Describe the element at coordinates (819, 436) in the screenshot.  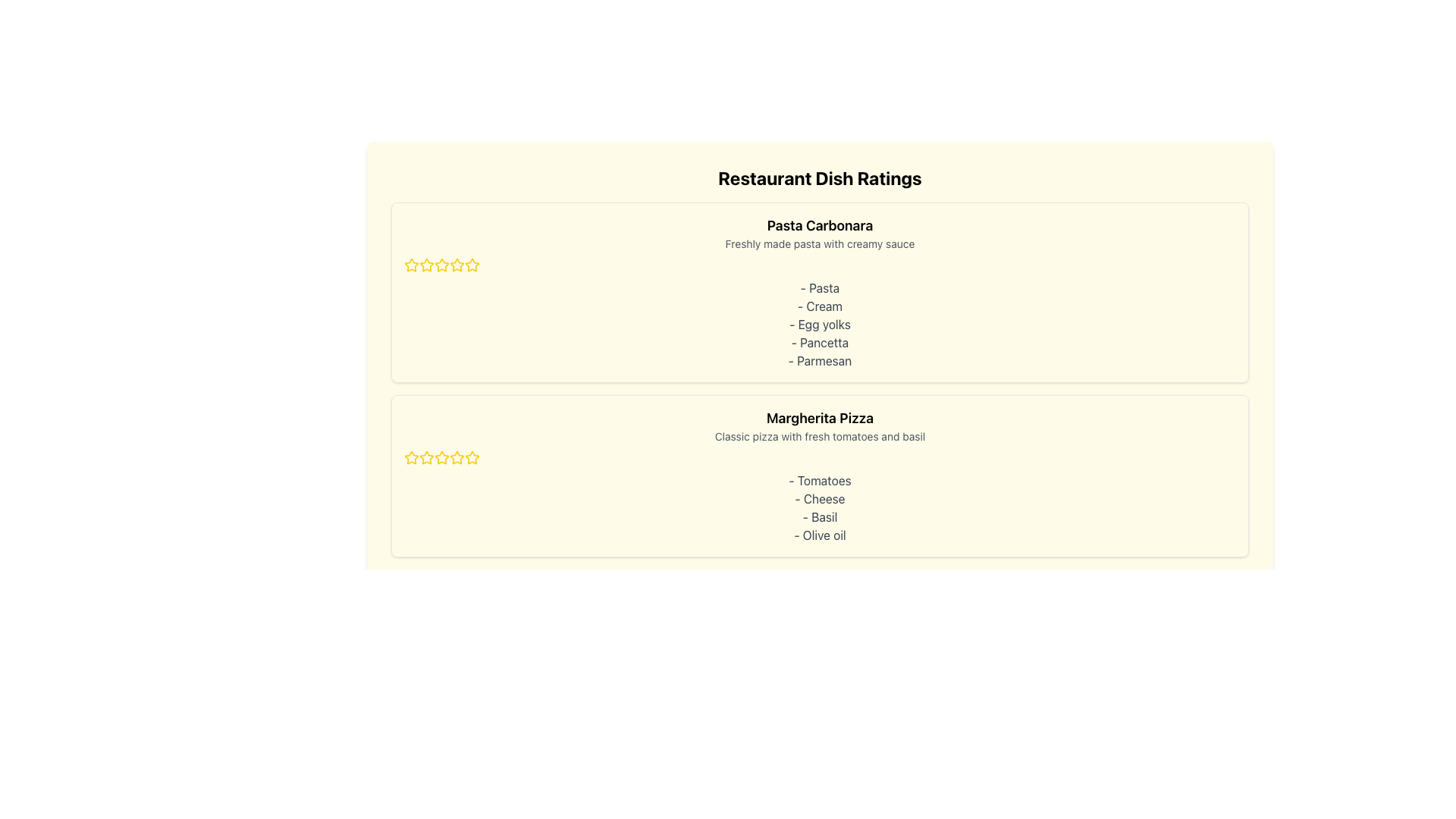
I see `textual description 'Classic pizza with fresh tomatoes and basil' located beneath the title 'Margherita Pizza'` at that location.